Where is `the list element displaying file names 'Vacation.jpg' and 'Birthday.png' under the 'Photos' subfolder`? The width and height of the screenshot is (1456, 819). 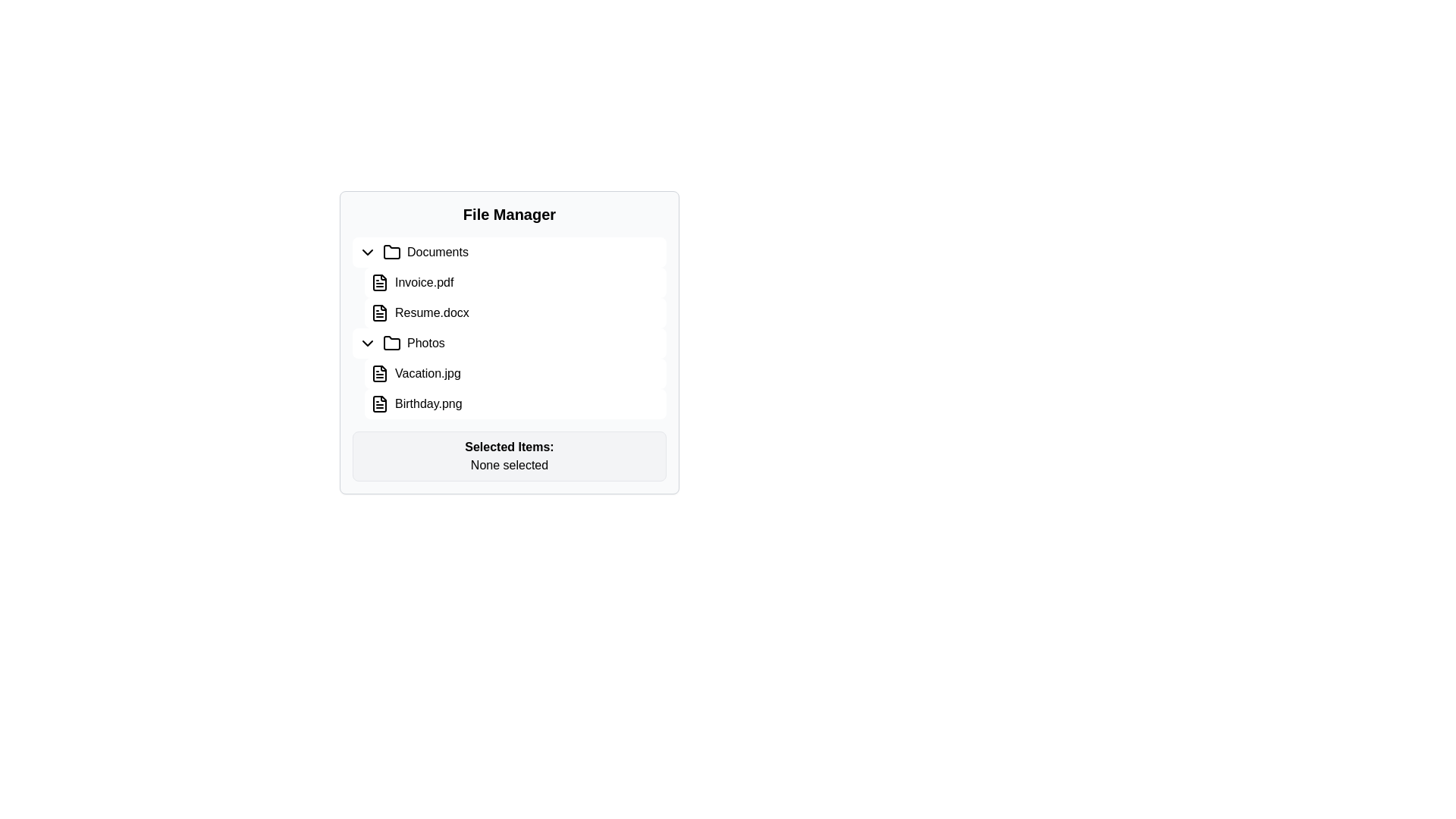
the list element displaying file names 'Vacation.jpg' and 'Birthday.png' under the 'Photos' subfolder is located at coordinates (510, 374).